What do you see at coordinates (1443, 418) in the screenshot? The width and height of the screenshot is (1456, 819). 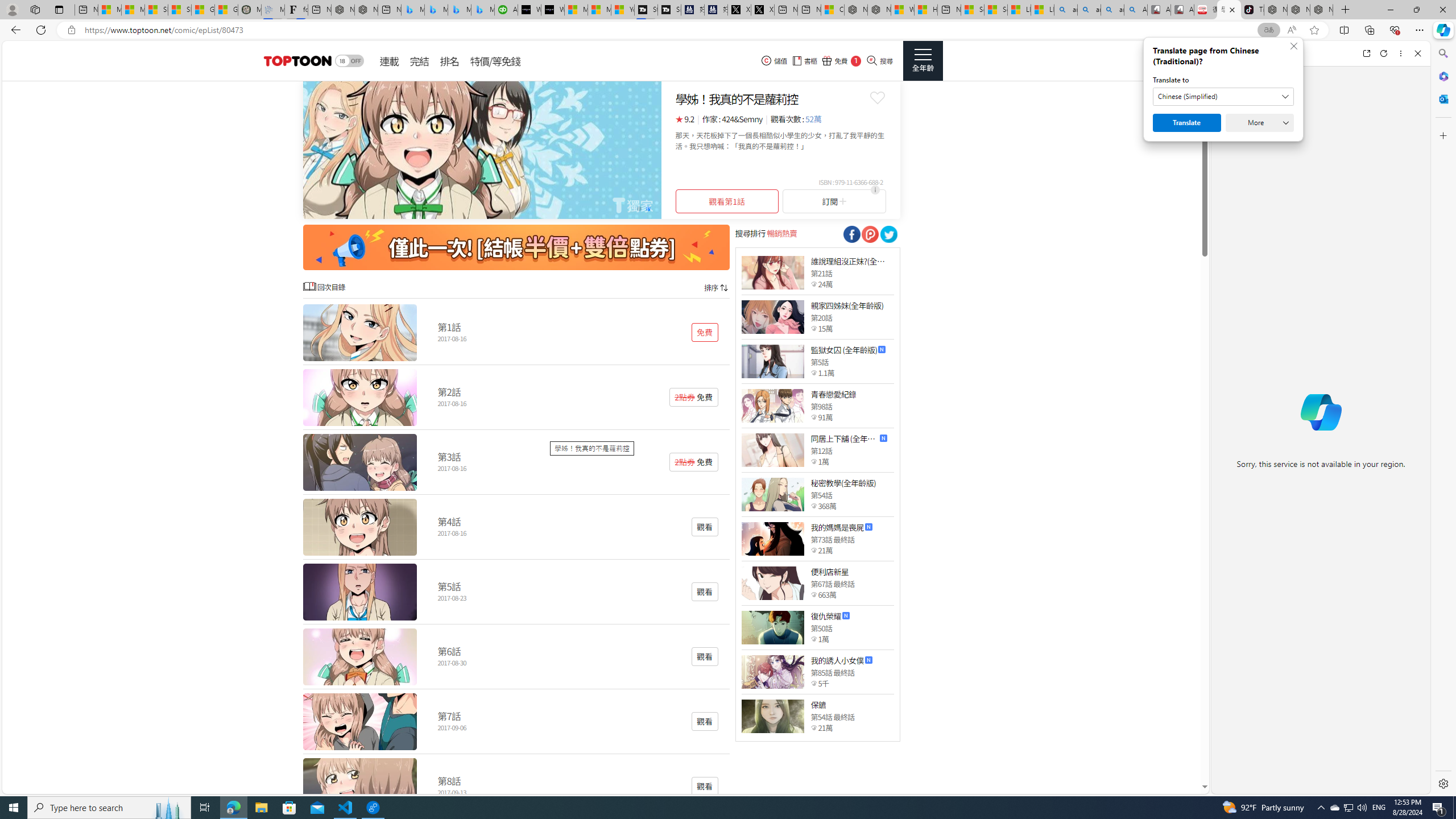 I see `'Side bar'` at bounding box center [1443, 418].